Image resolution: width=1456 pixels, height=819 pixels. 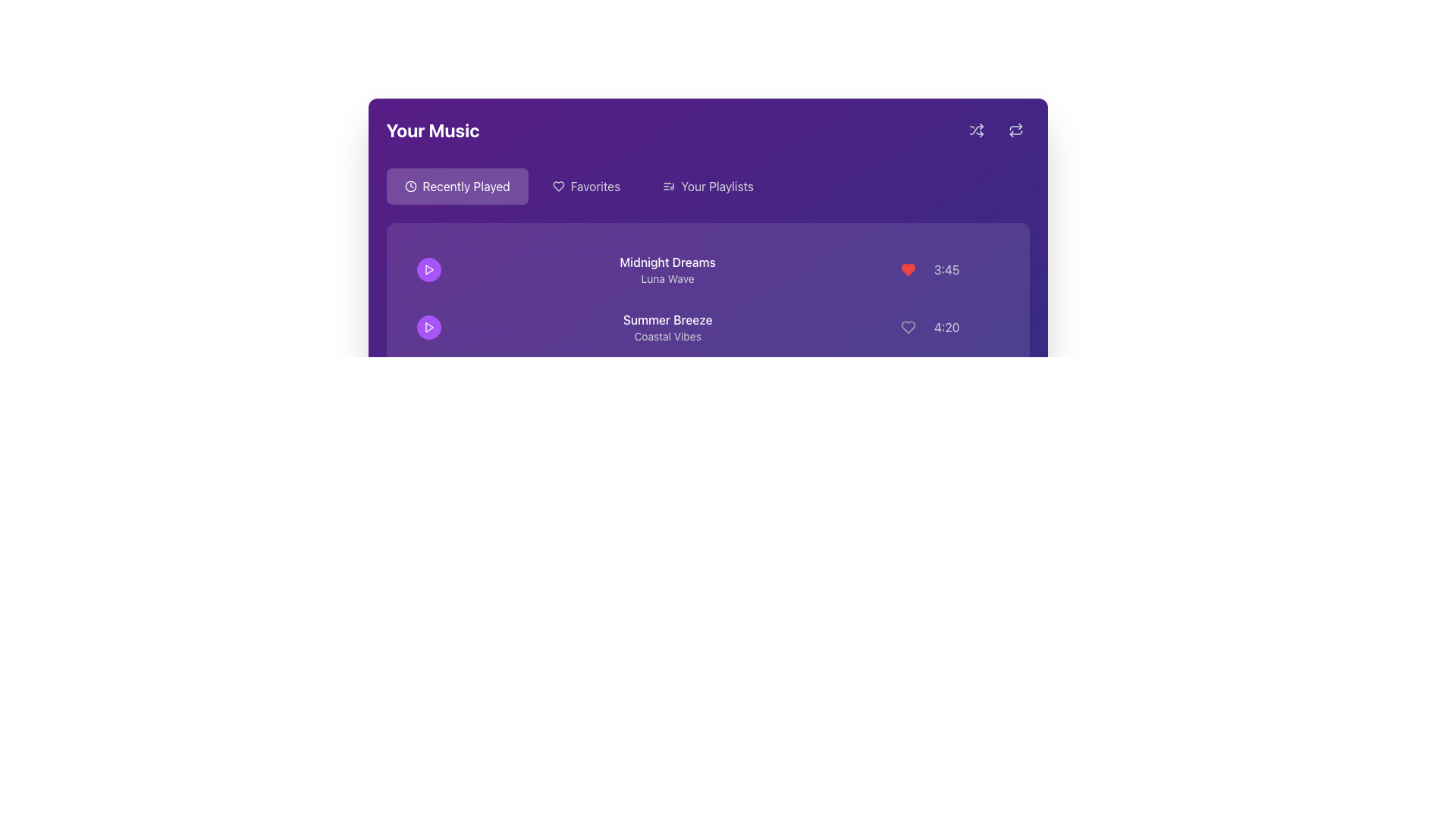 I want to click on the 'Favorites' button, which is the second button in a horizontal list of three options below the 'Your Music' label, featuring a heart icon and the text 'Favorites', so click(x=585, y=186).